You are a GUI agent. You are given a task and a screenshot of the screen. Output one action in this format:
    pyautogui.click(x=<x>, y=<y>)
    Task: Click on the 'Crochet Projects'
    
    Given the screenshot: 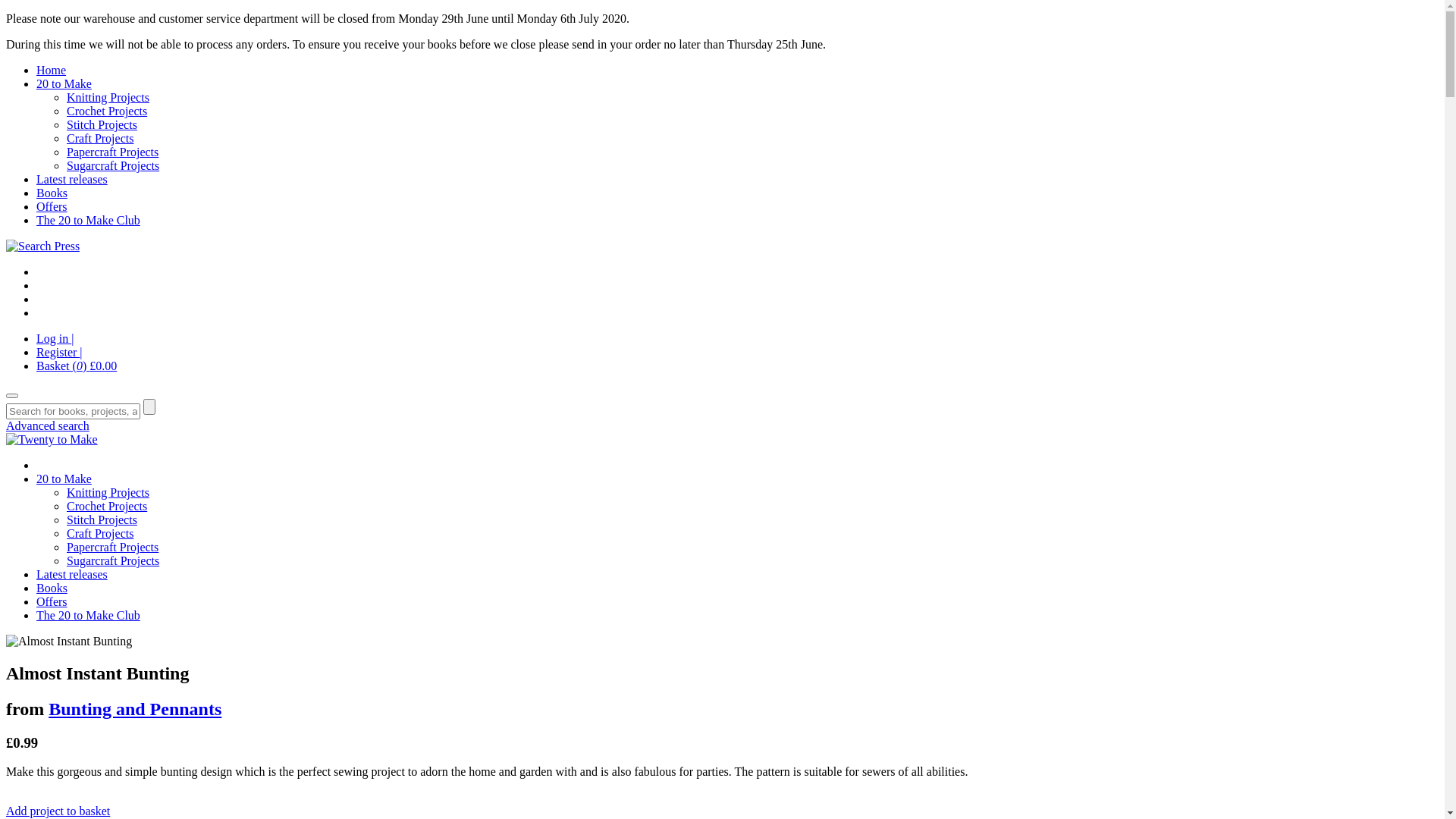 What is the action you would take?
    pyautogui.click(x=105, y=506)
    